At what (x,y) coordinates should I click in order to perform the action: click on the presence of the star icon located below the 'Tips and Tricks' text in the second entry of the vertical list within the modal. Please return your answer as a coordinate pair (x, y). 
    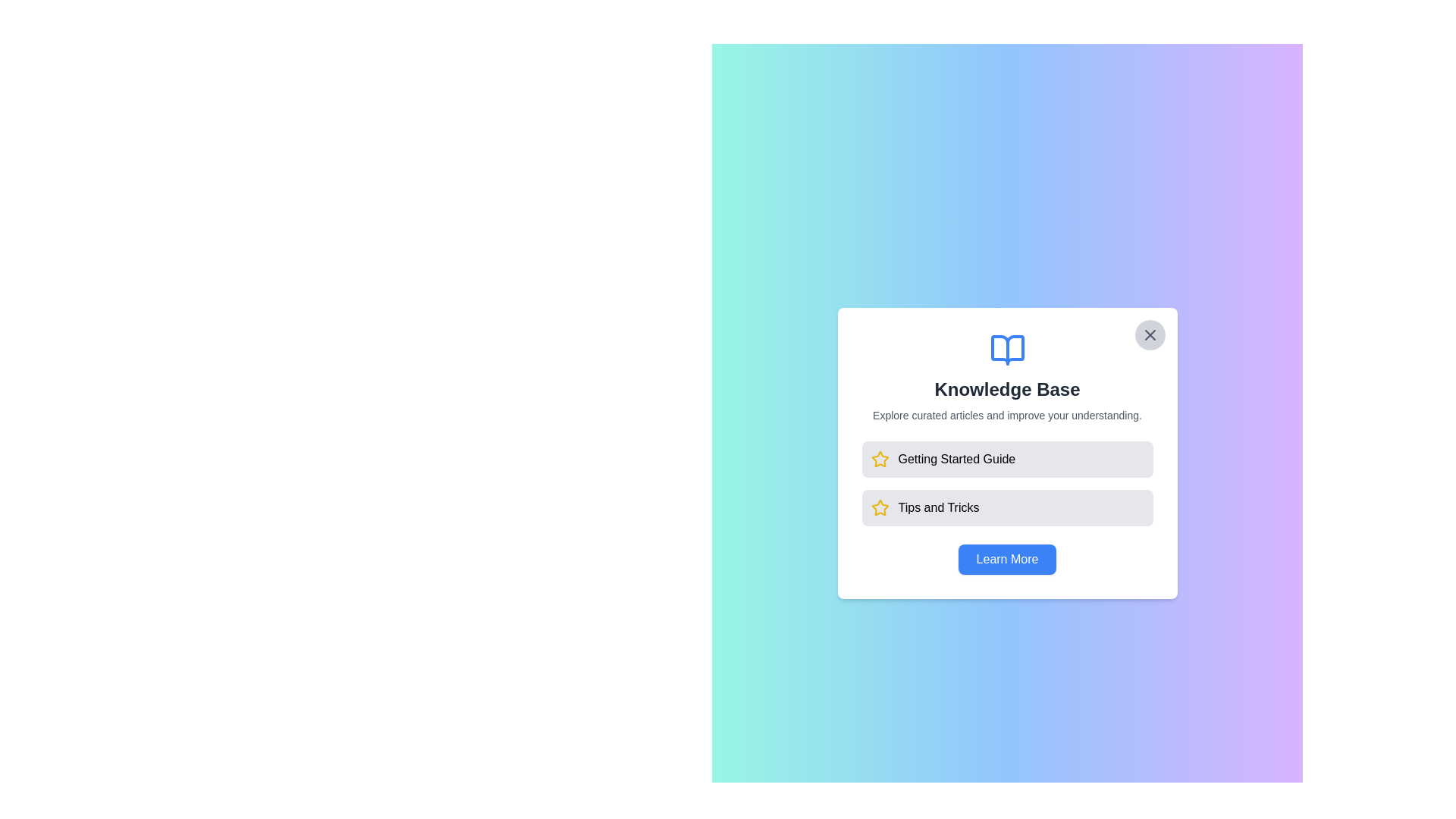
    Looking at the image, I should click on (880, 458).